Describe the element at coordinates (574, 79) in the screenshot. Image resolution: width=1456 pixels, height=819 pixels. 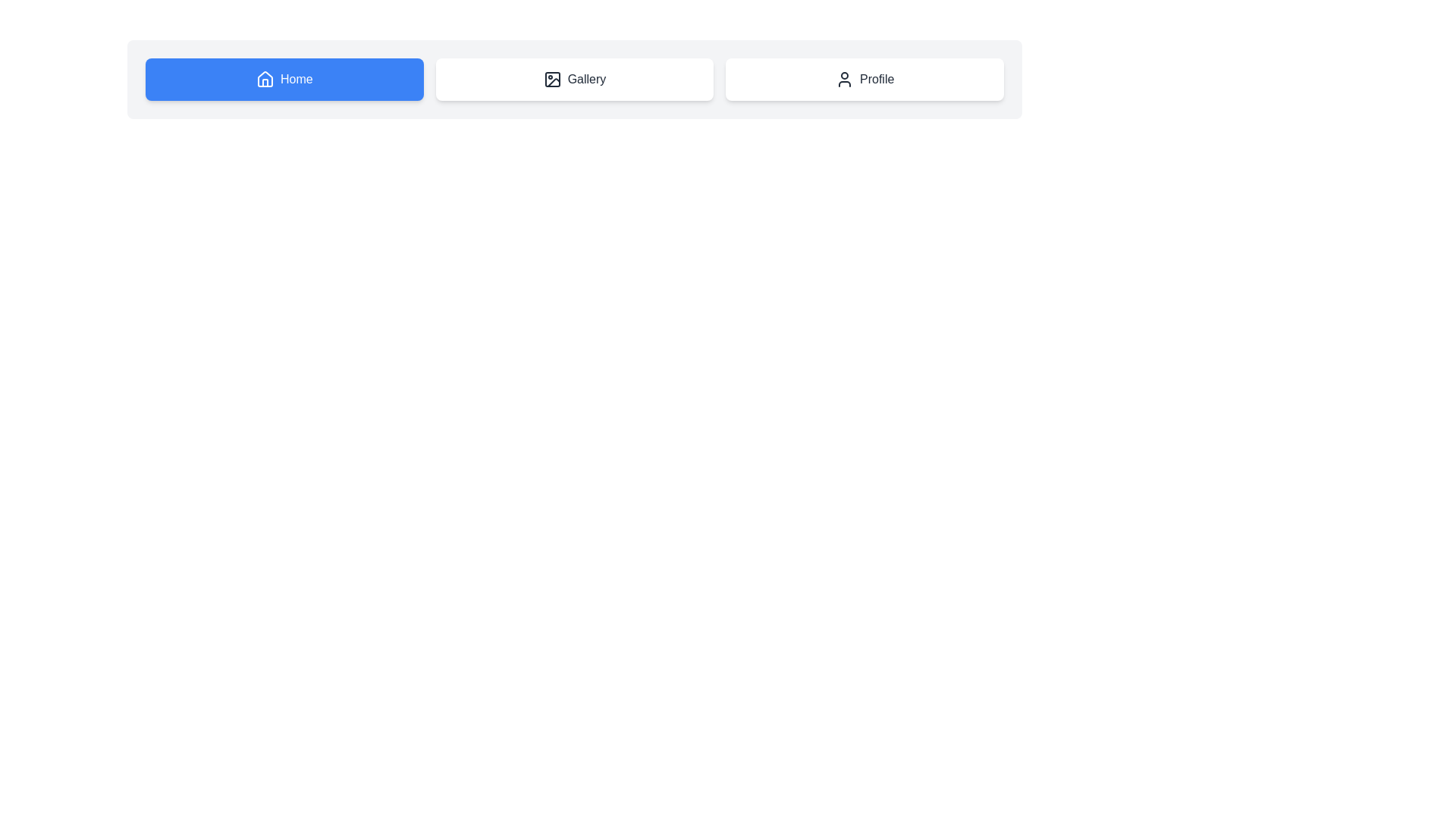
I see `the Gallery button to observe its hover effect` at that location.